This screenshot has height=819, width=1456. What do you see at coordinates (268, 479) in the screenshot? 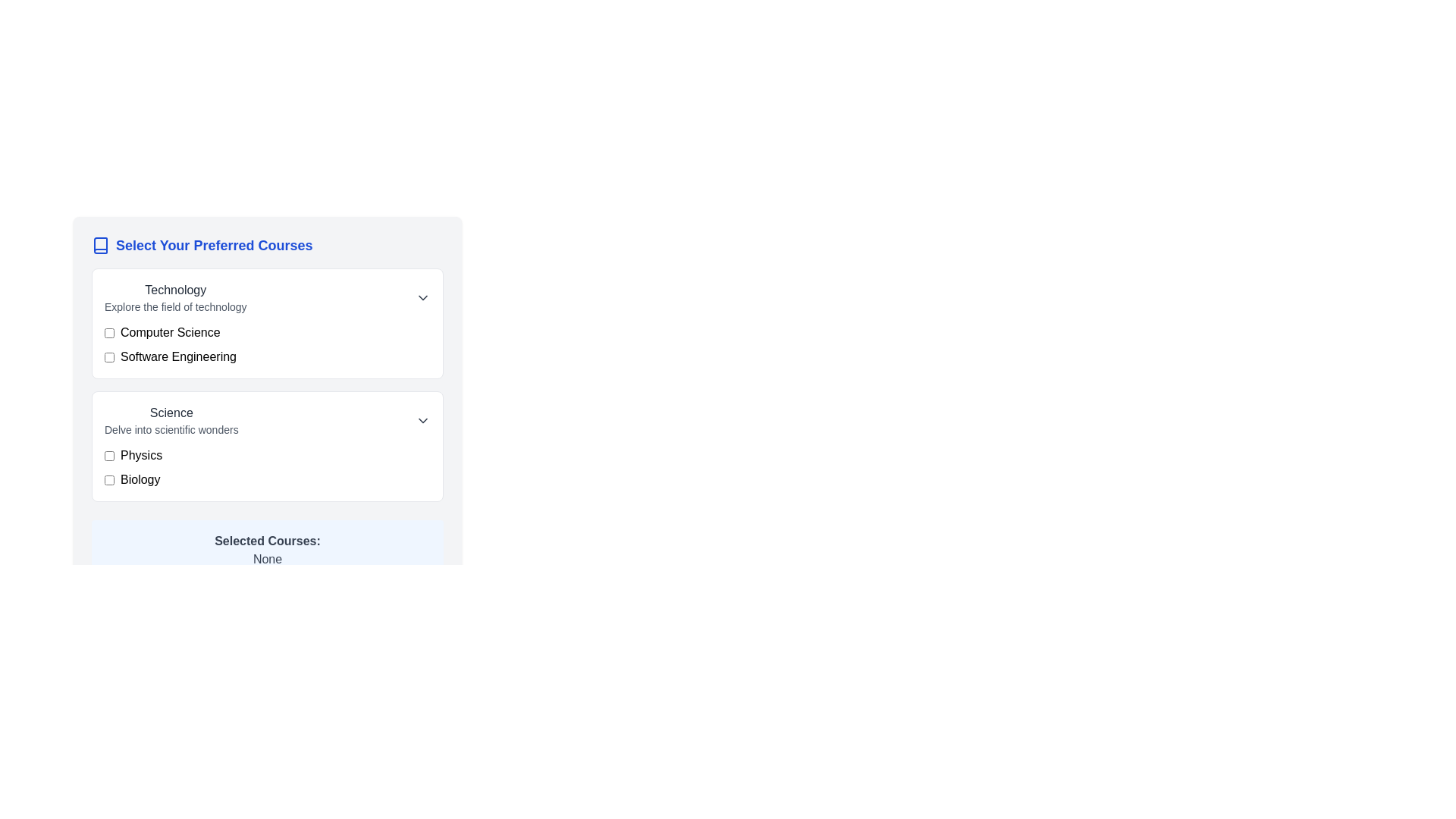
I see `the 'Biology' checkbox option in the 'Science' category by` at bounding box center [268, 479].